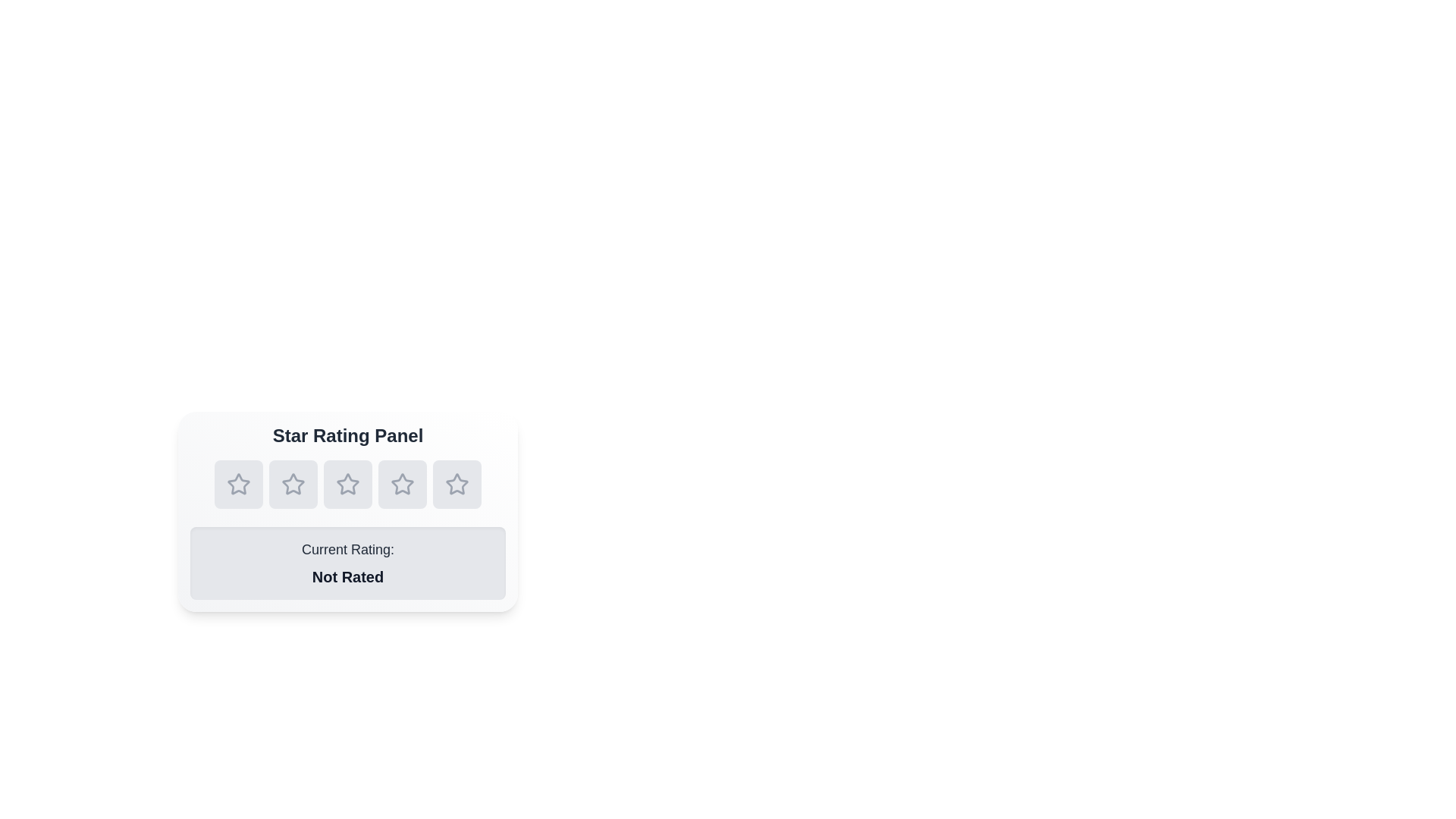  What do you see at coordinates (238, 485) in the screenshot?
I see `the first star rating button in the star rating panel` at bounding box center [238, 485].